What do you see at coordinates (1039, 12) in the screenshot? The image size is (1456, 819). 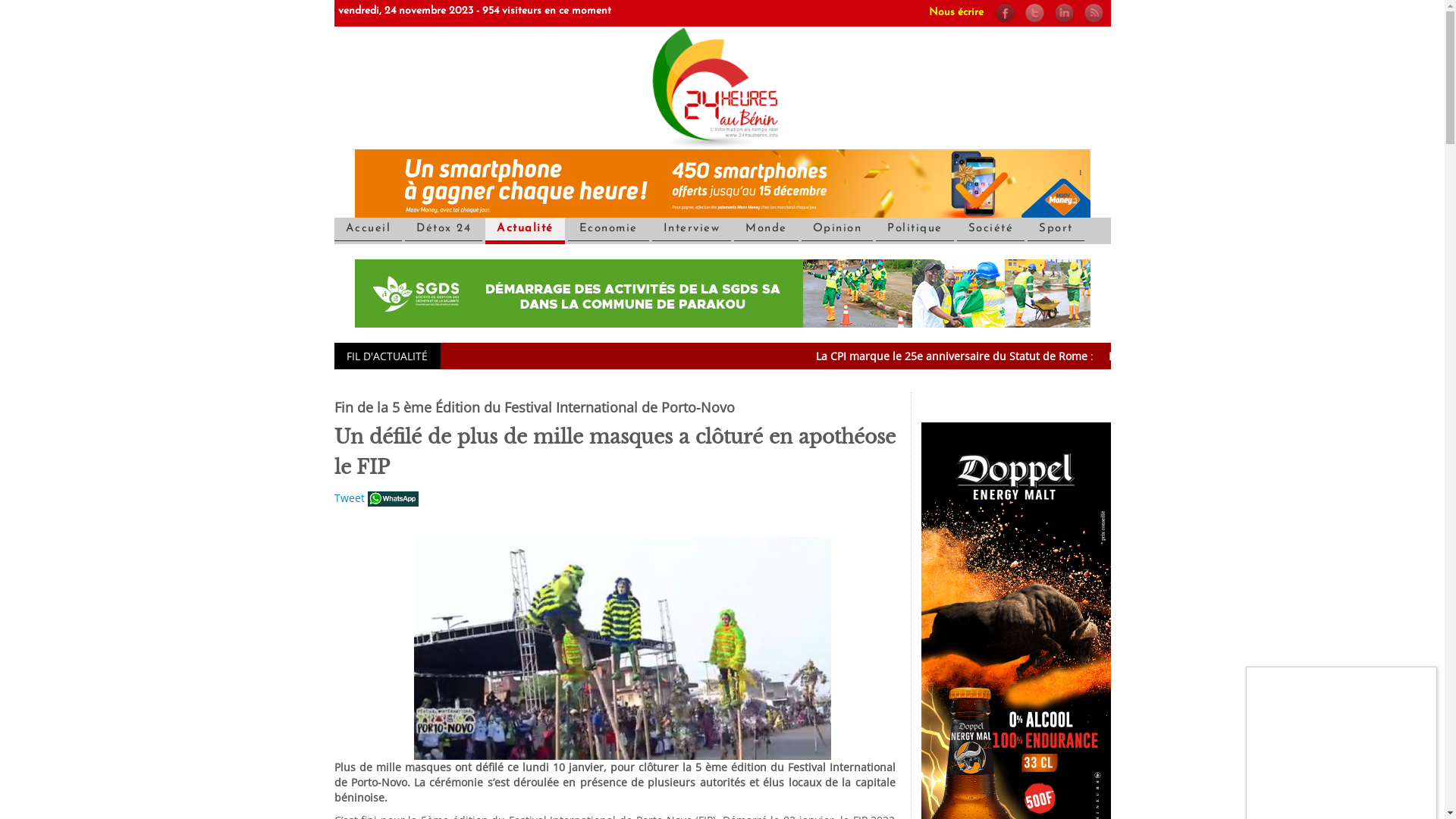 I see `'@24haubenin'` at bounding box center [1039, 12].